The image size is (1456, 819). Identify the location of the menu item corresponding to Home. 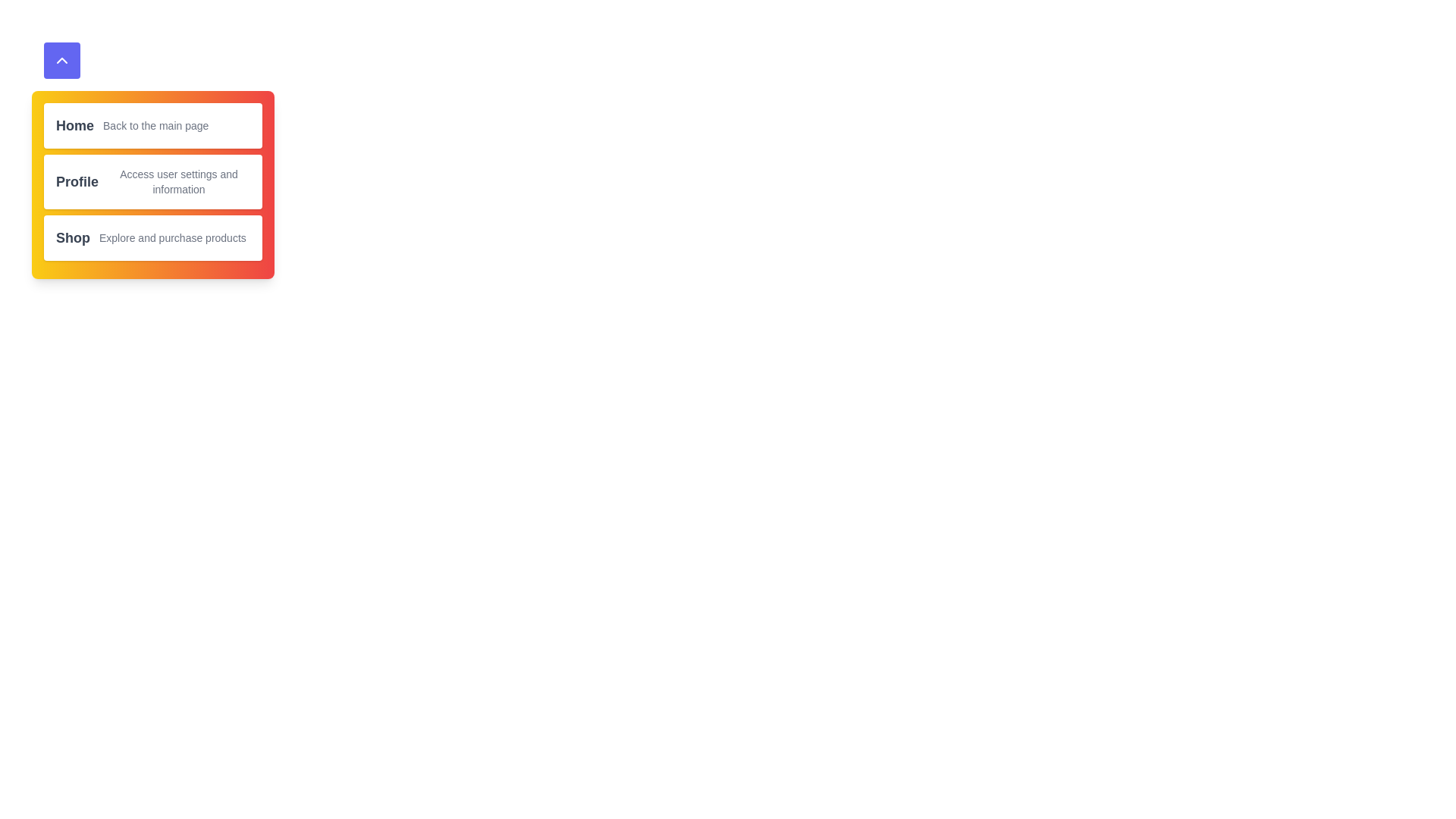
(152, 124).